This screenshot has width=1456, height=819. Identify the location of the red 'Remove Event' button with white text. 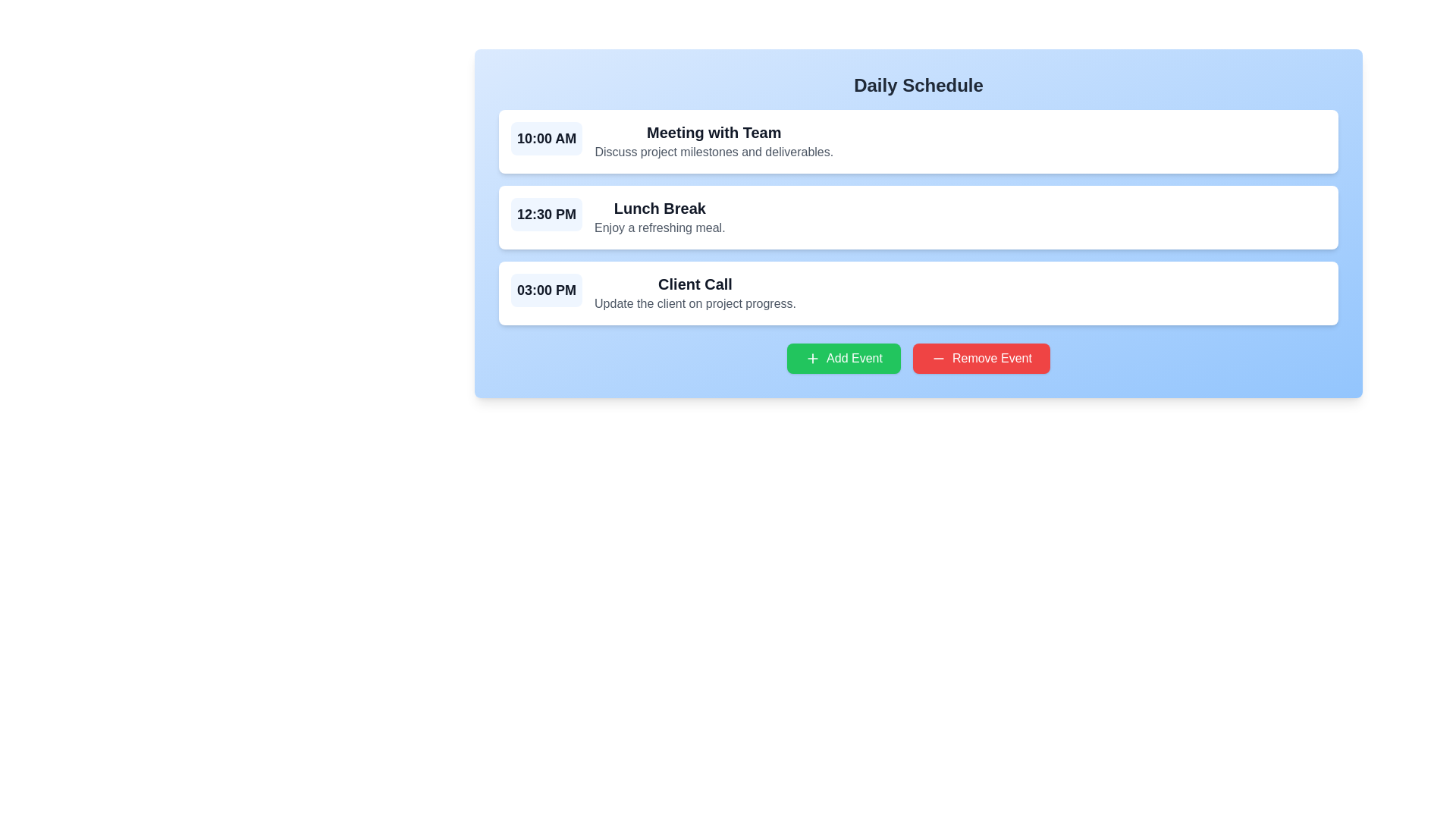
(981, 359).